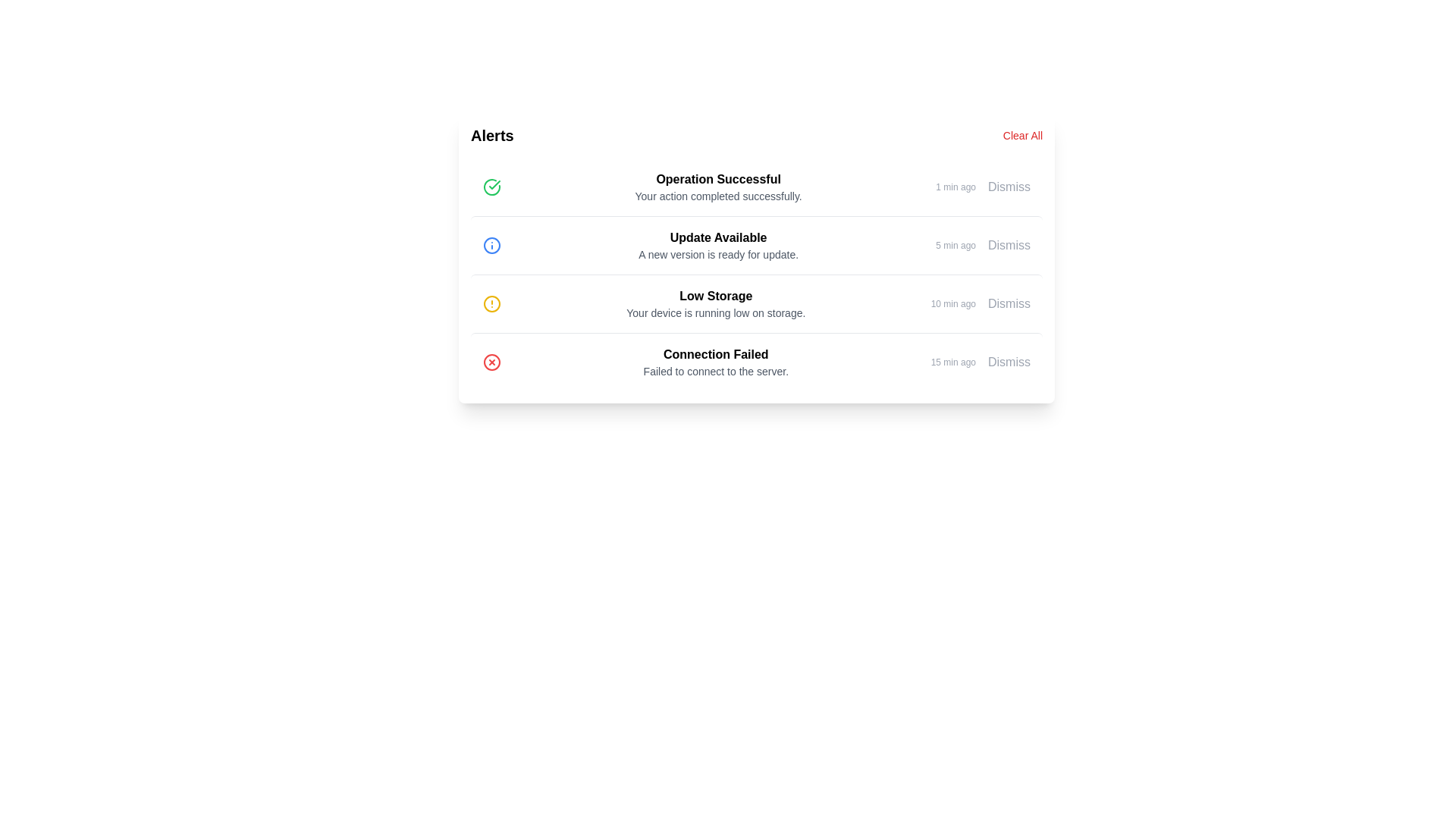  What do you see at coordinates (1022, 134) in the screenshot?
I see `the text-based button in the top-right corner of the 'Alerts' component` at bounding box center [1022, 134].